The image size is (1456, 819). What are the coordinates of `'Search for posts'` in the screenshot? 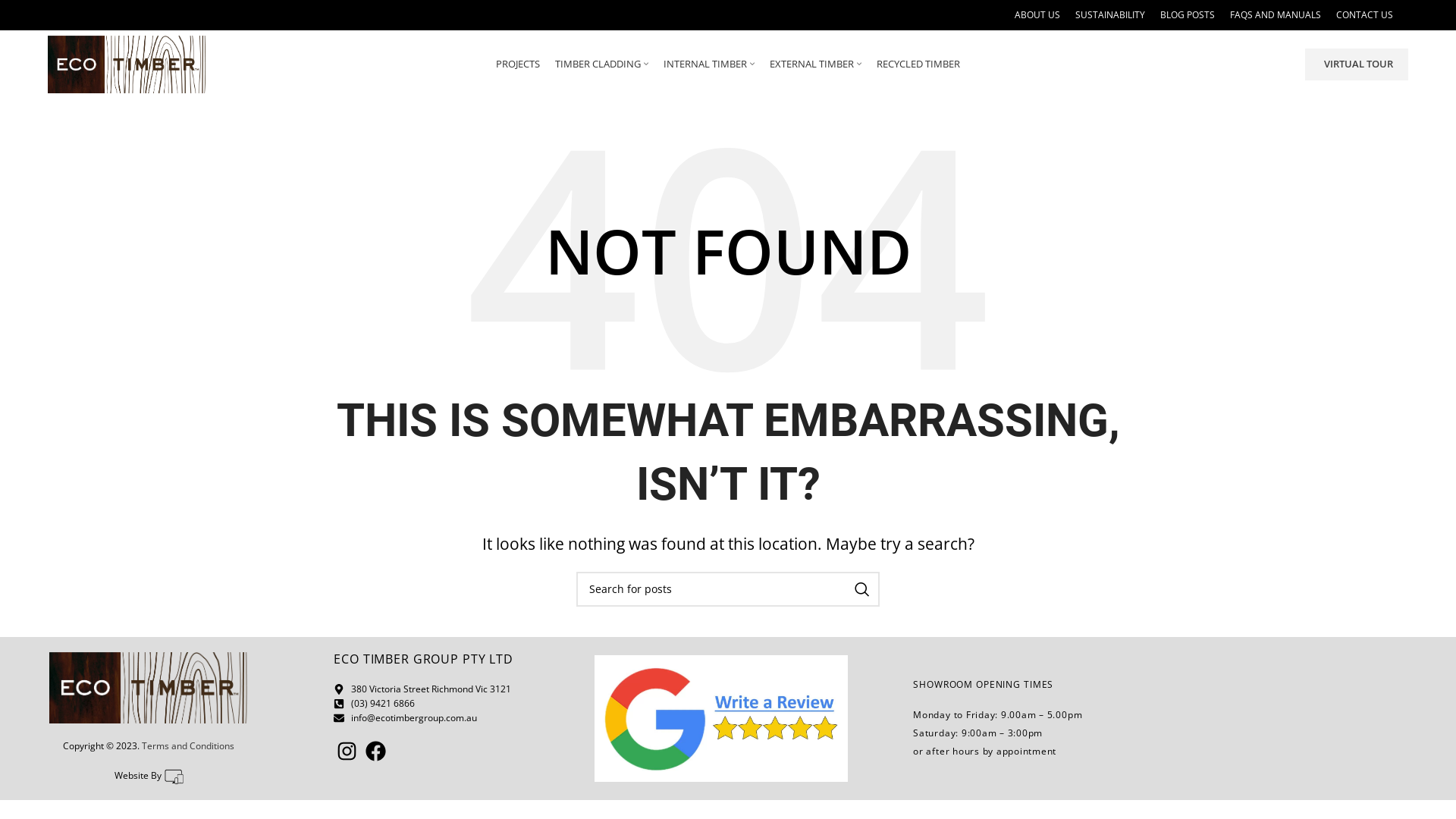 It's located at (728, 588).